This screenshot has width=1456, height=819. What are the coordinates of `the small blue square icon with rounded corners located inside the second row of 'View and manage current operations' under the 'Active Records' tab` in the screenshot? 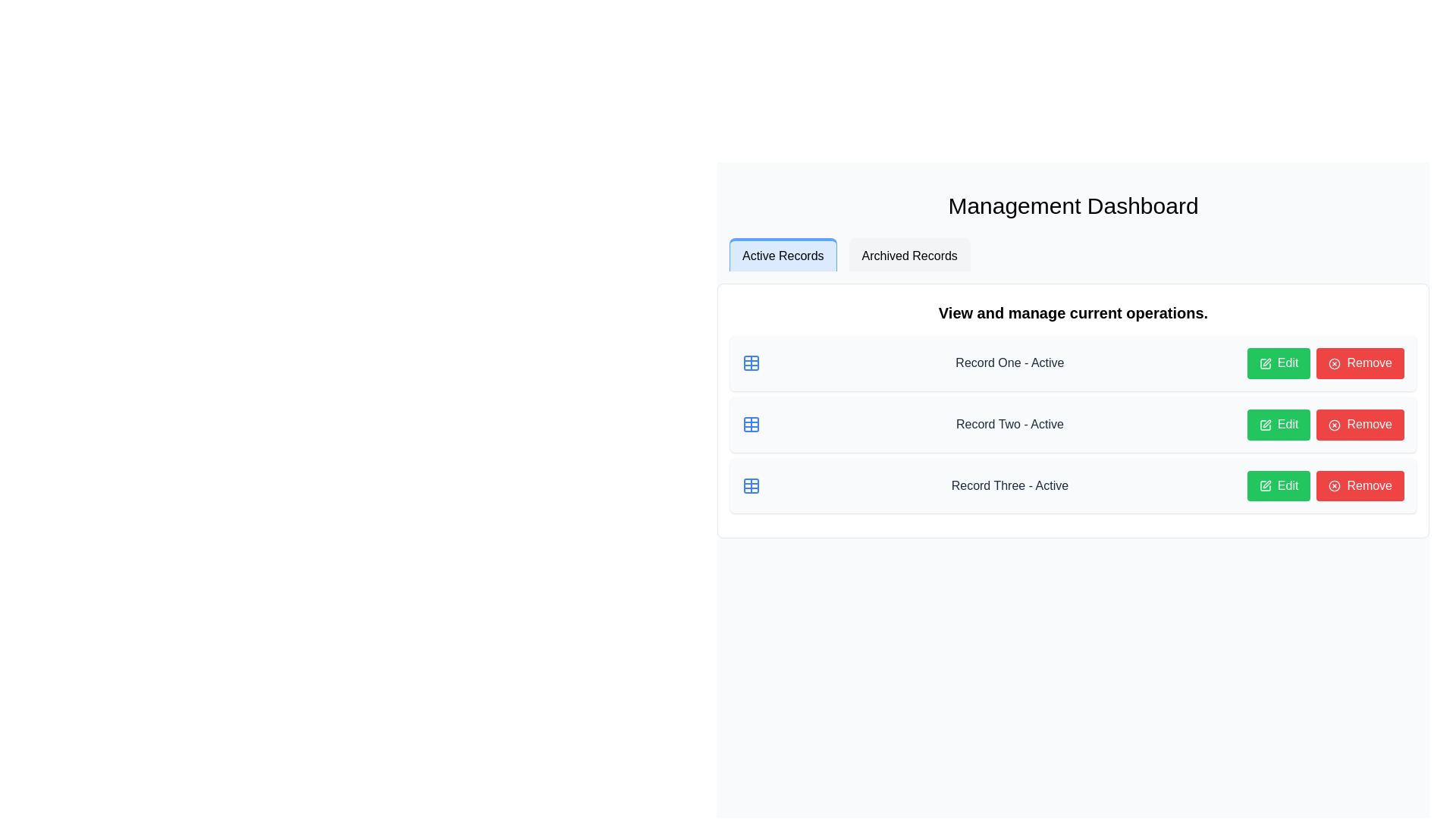 It's located at (751, 424).